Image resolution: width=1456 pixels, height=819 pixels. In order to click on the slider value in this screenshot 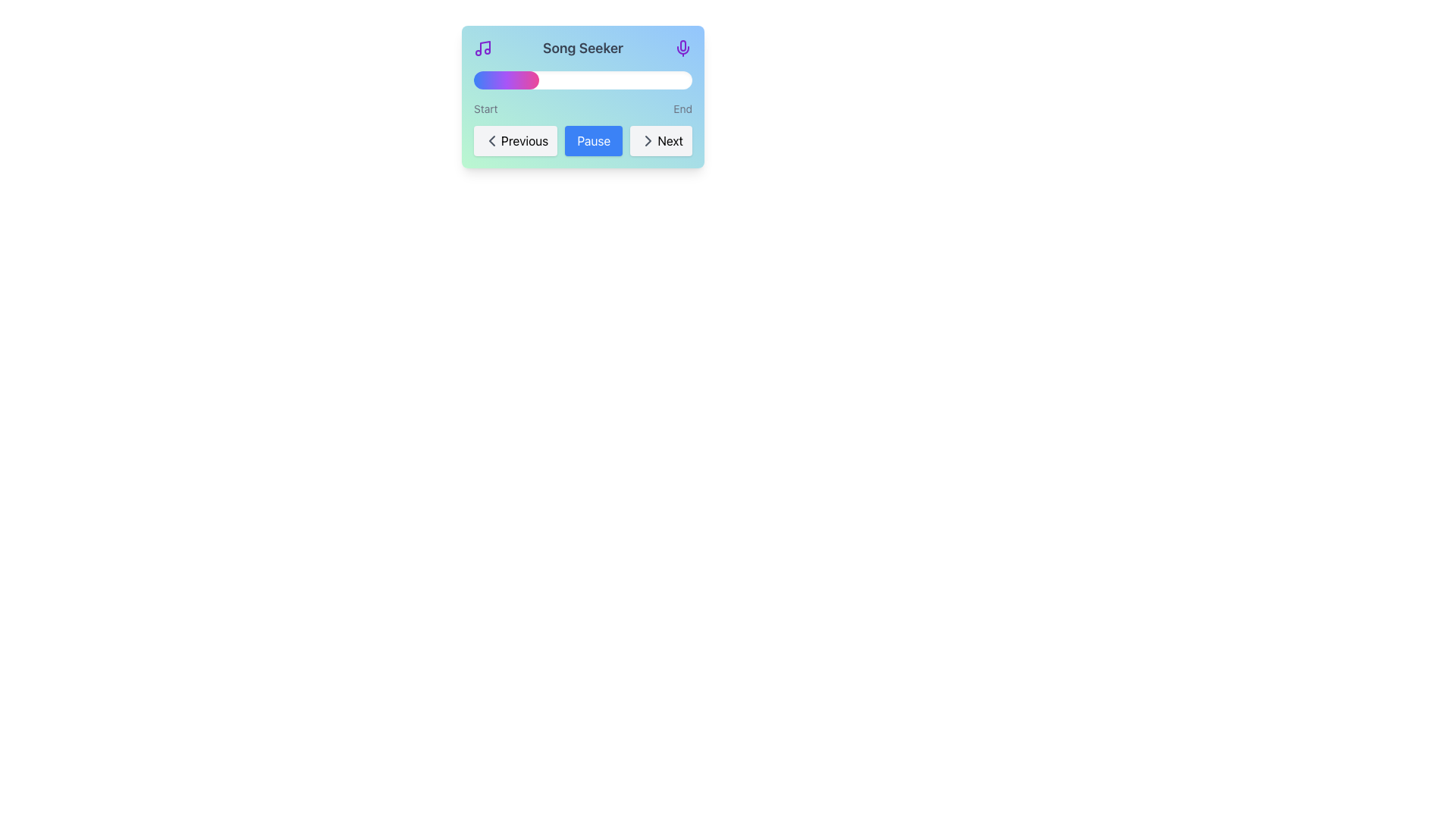, I will do `click(680, 80)`.